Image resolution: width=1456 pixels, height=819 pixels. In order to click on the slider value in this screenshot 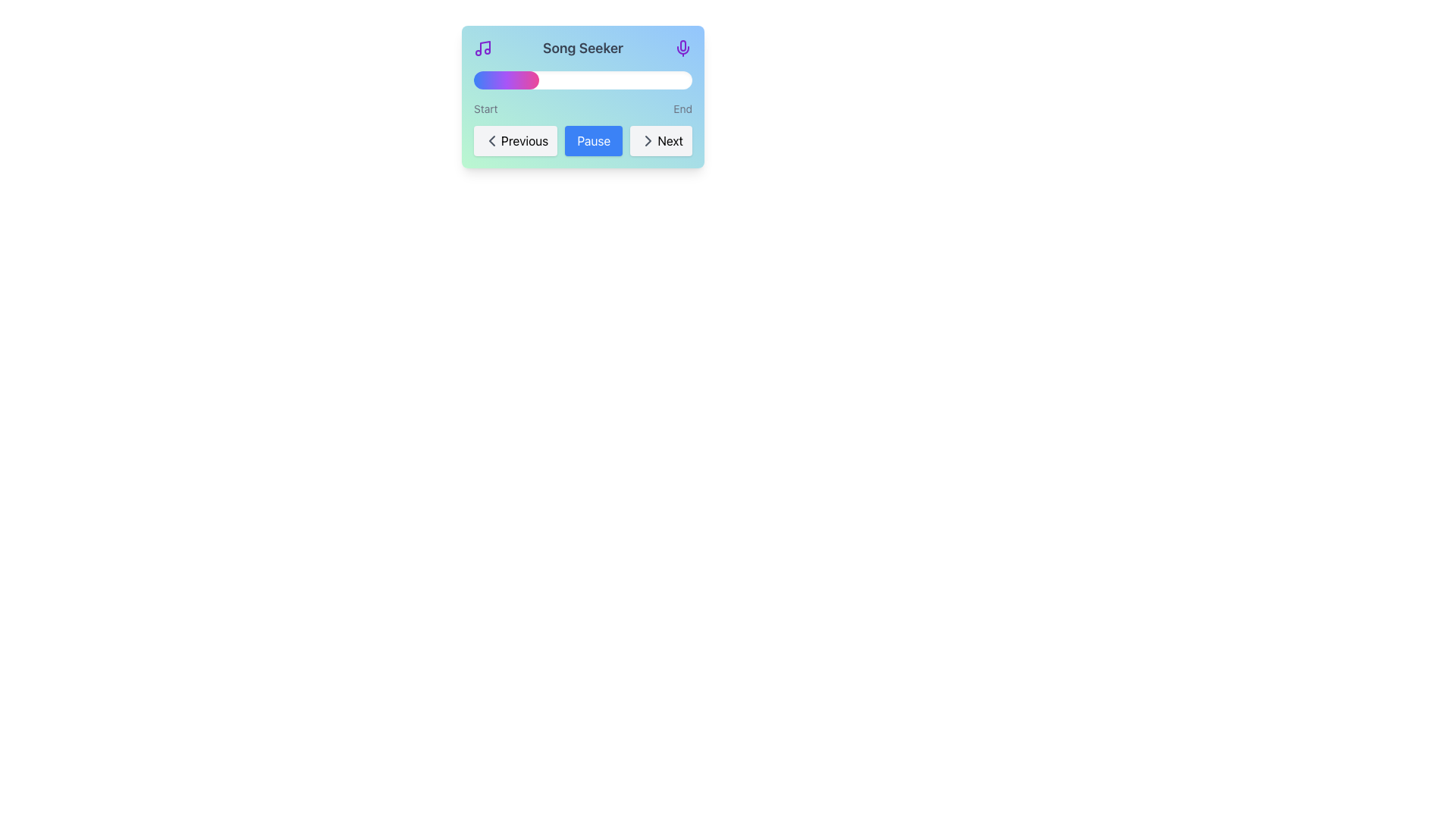, I will do `click(680, 80)`.